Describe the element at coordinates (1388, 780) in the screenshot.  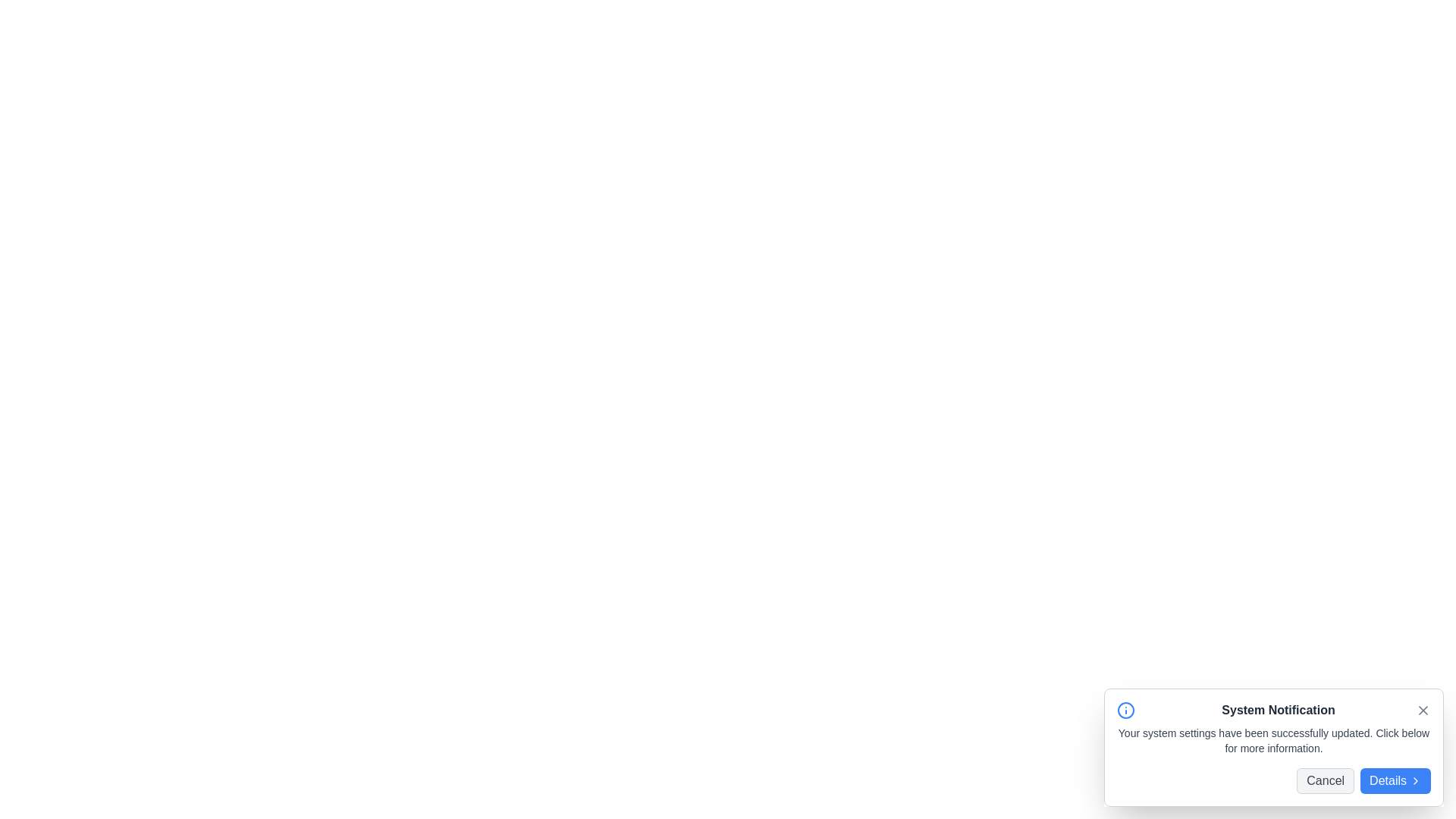
I see `the 'Details' text label within the button located in the lower-right corner of the notification dialog box, which has a white font on a blue background and is part of a button-like structure` at that location.